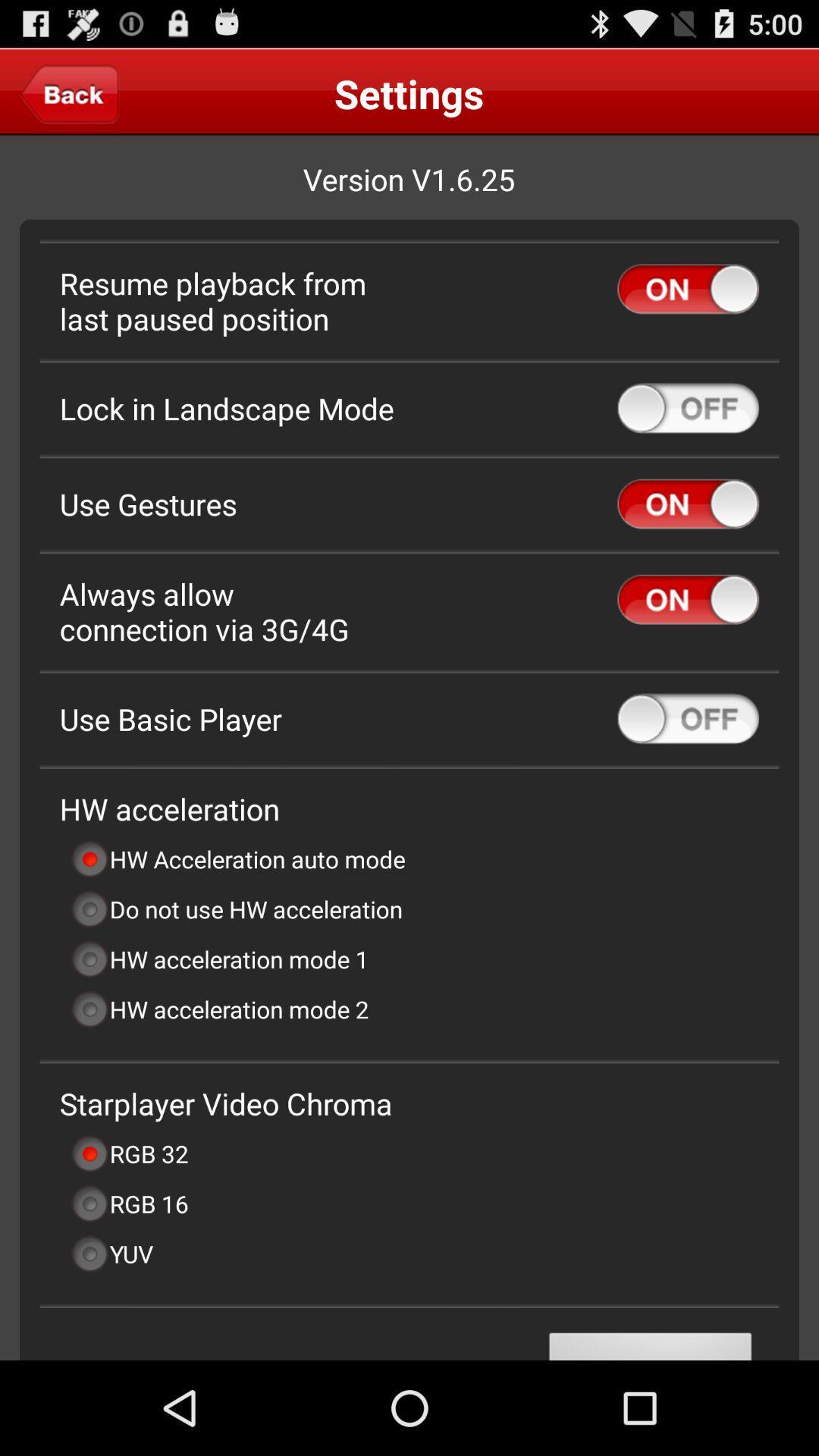 The image size is (819, 1456). What do you see at coordinates (688, 504) in the screenshot?
I see `turn on and turn off button` at bounding box center [688, 504].